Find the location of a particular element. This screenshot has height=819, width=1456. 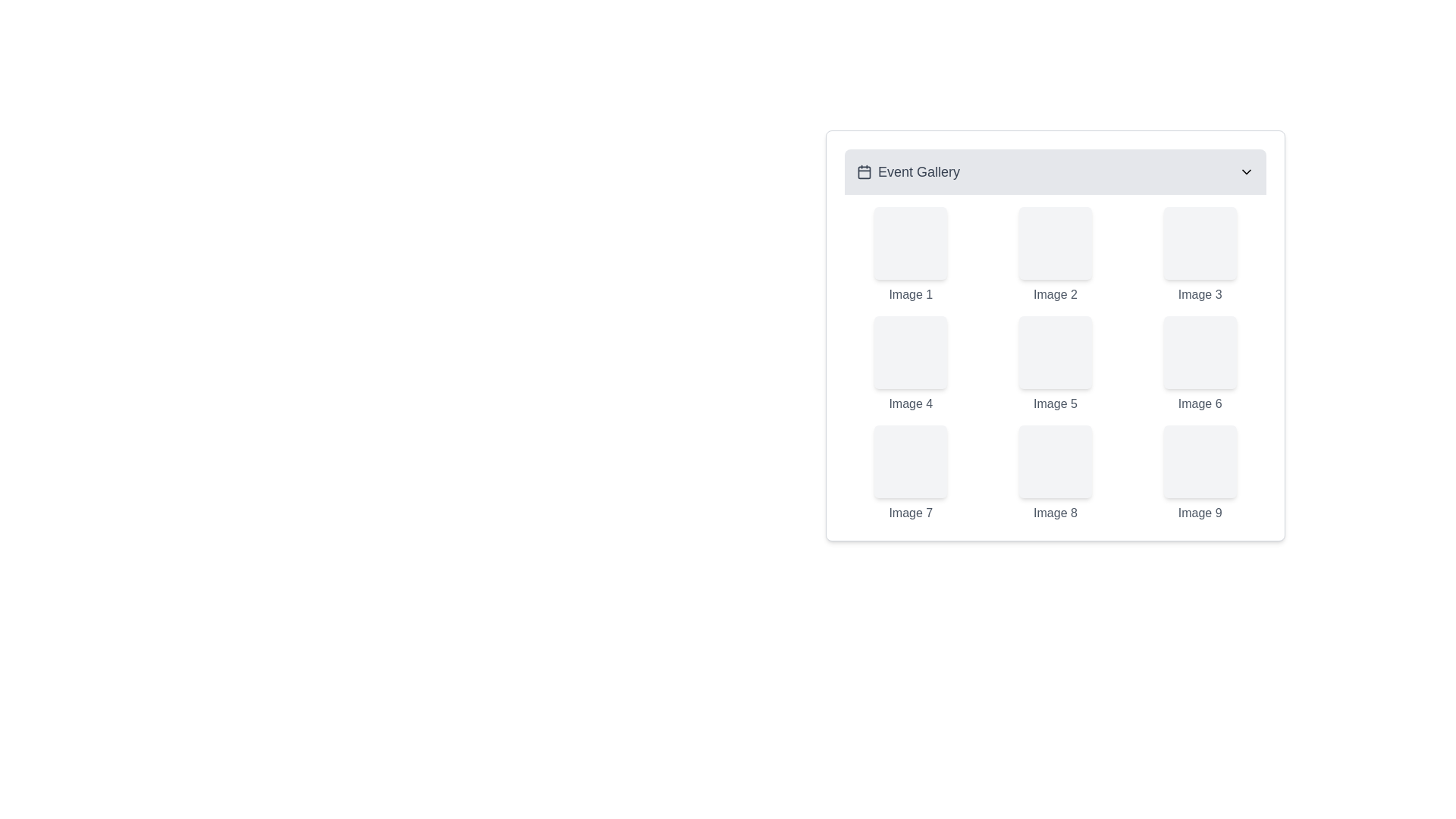

the SVG shape within the calendar icon located to the left of the 'Event Gallery' text label is located at coordinates (864, 171).